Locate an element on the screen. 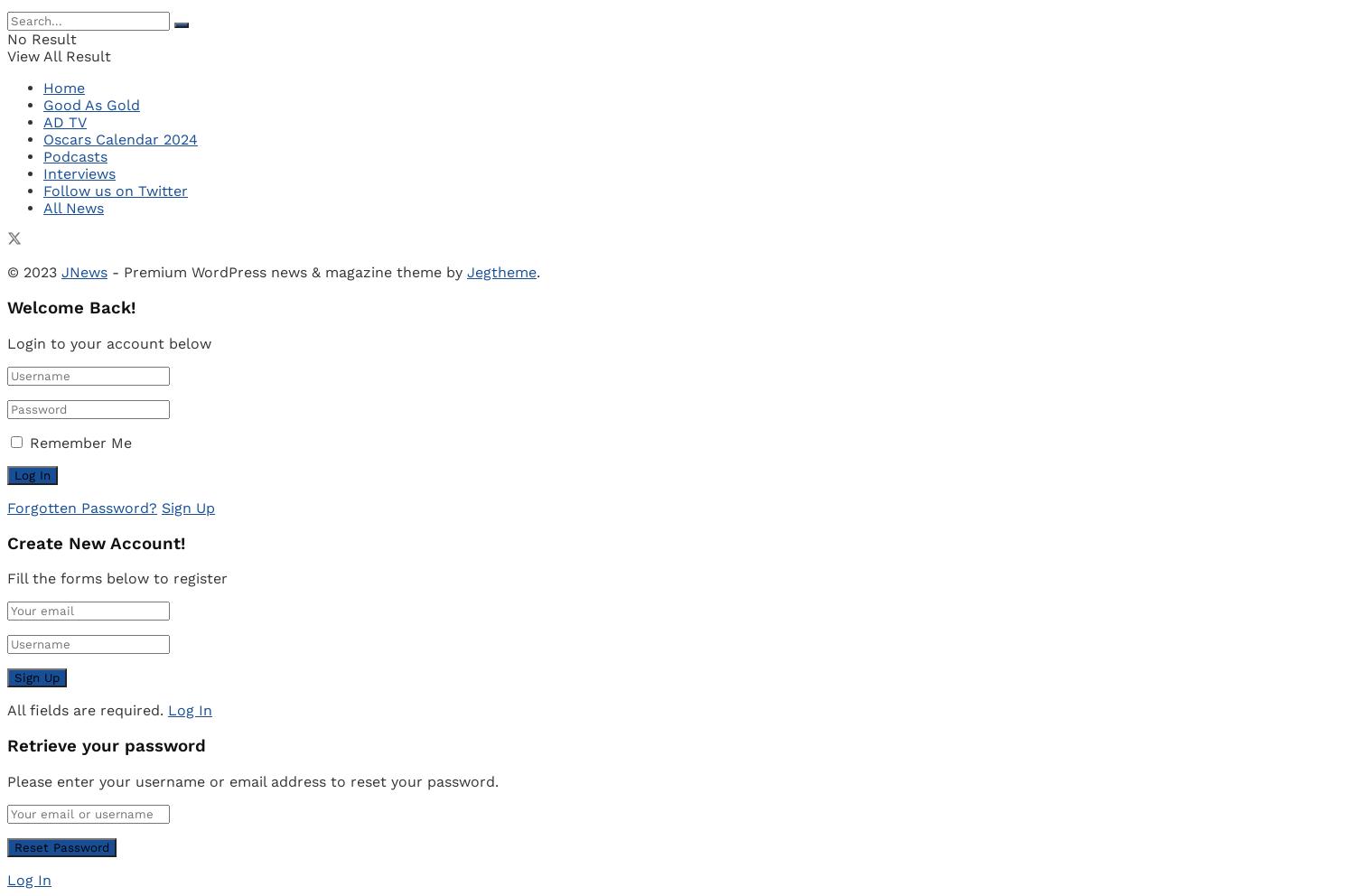 This screenshot has width=1355, height=896. 'Home' is located at coordinates (62, 87).